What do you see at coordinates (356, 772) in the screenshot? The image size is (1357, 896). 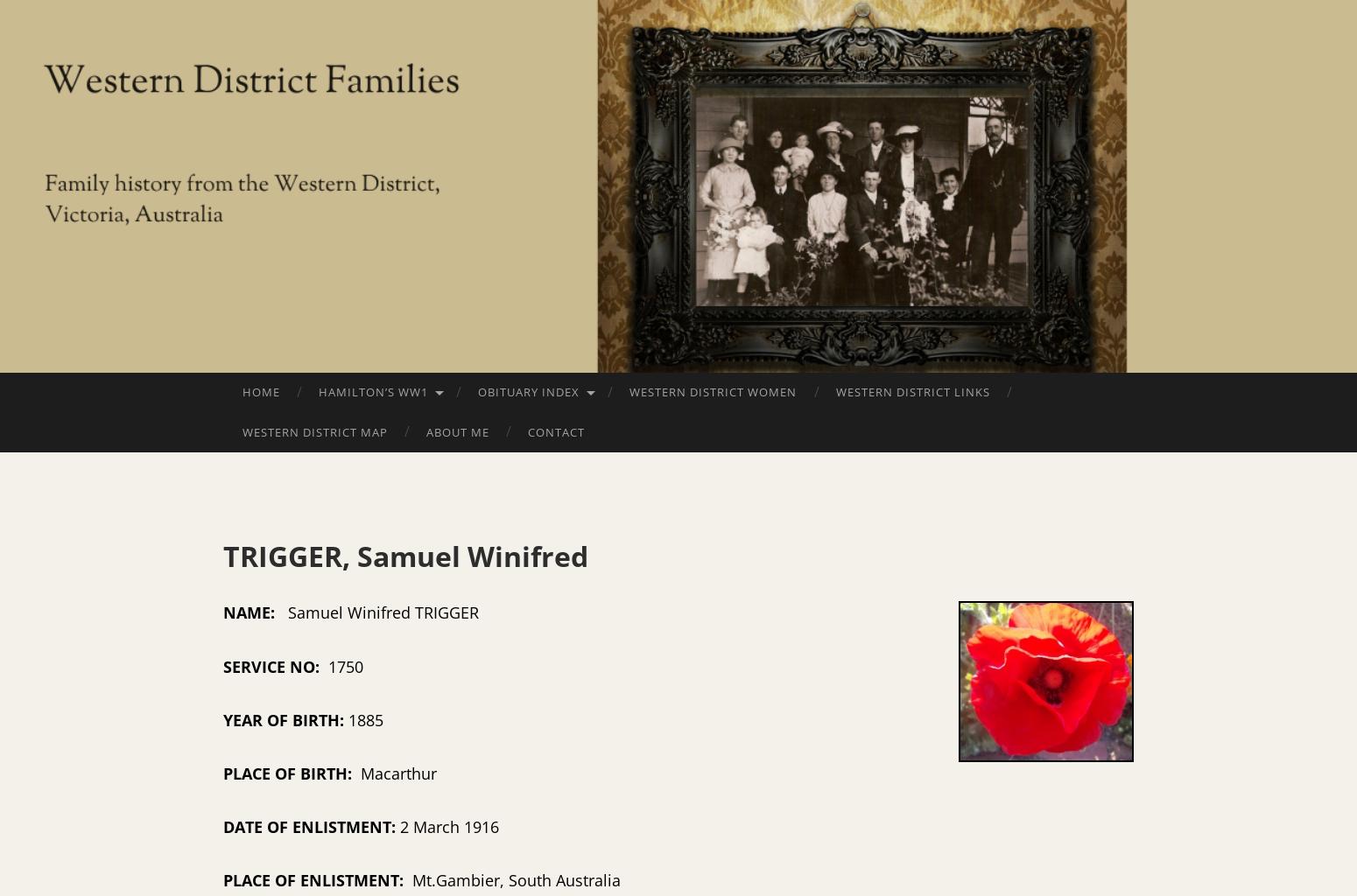 I see `'Macarthur'` at bounding box center [356, 772].